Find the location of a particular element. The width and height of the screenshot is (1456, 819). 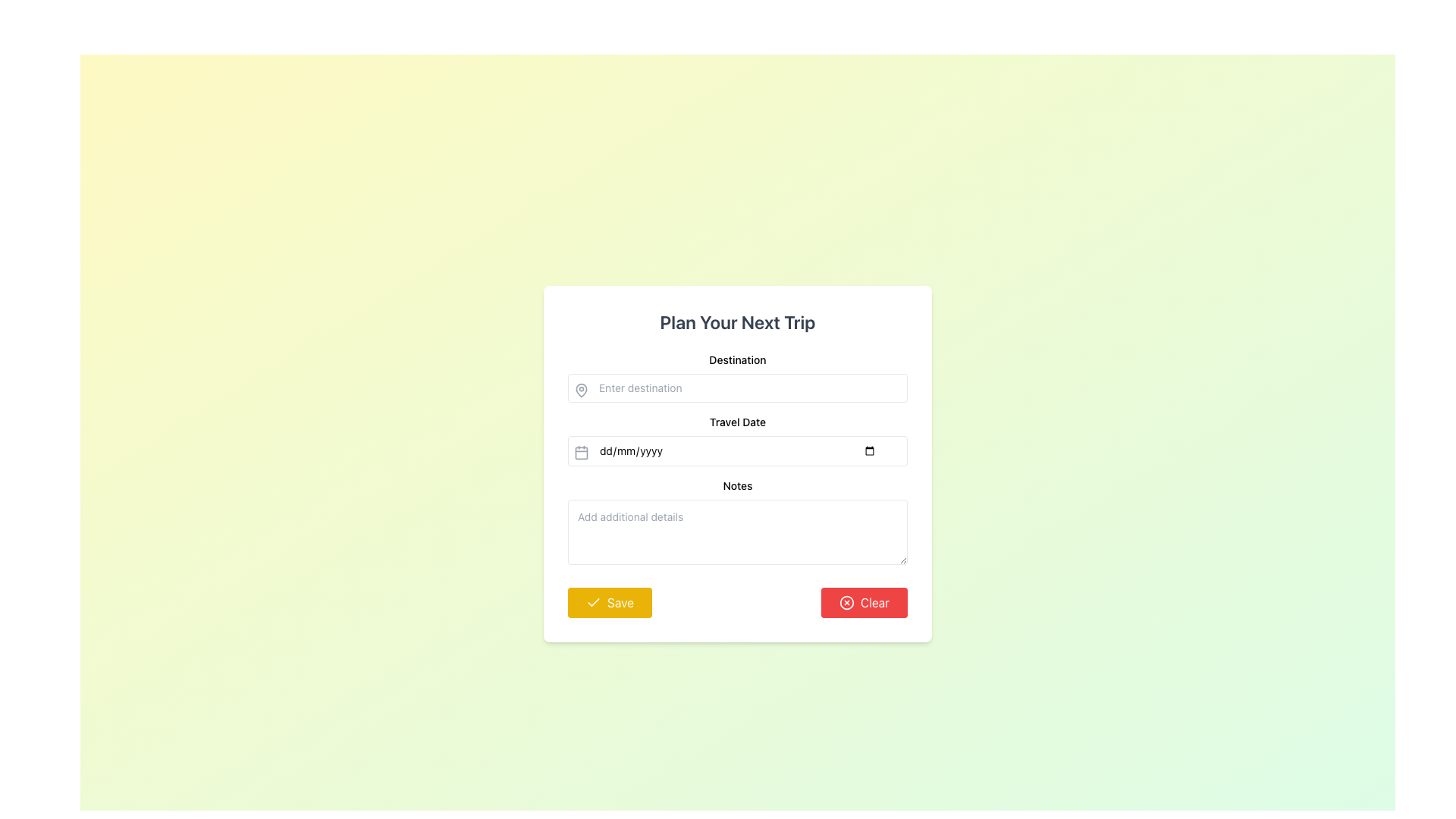

the 'Notes' text label, which is styled with block typography in medium bold font, located above the text area input in the lower section of the form is located at coordinates (738, 485).